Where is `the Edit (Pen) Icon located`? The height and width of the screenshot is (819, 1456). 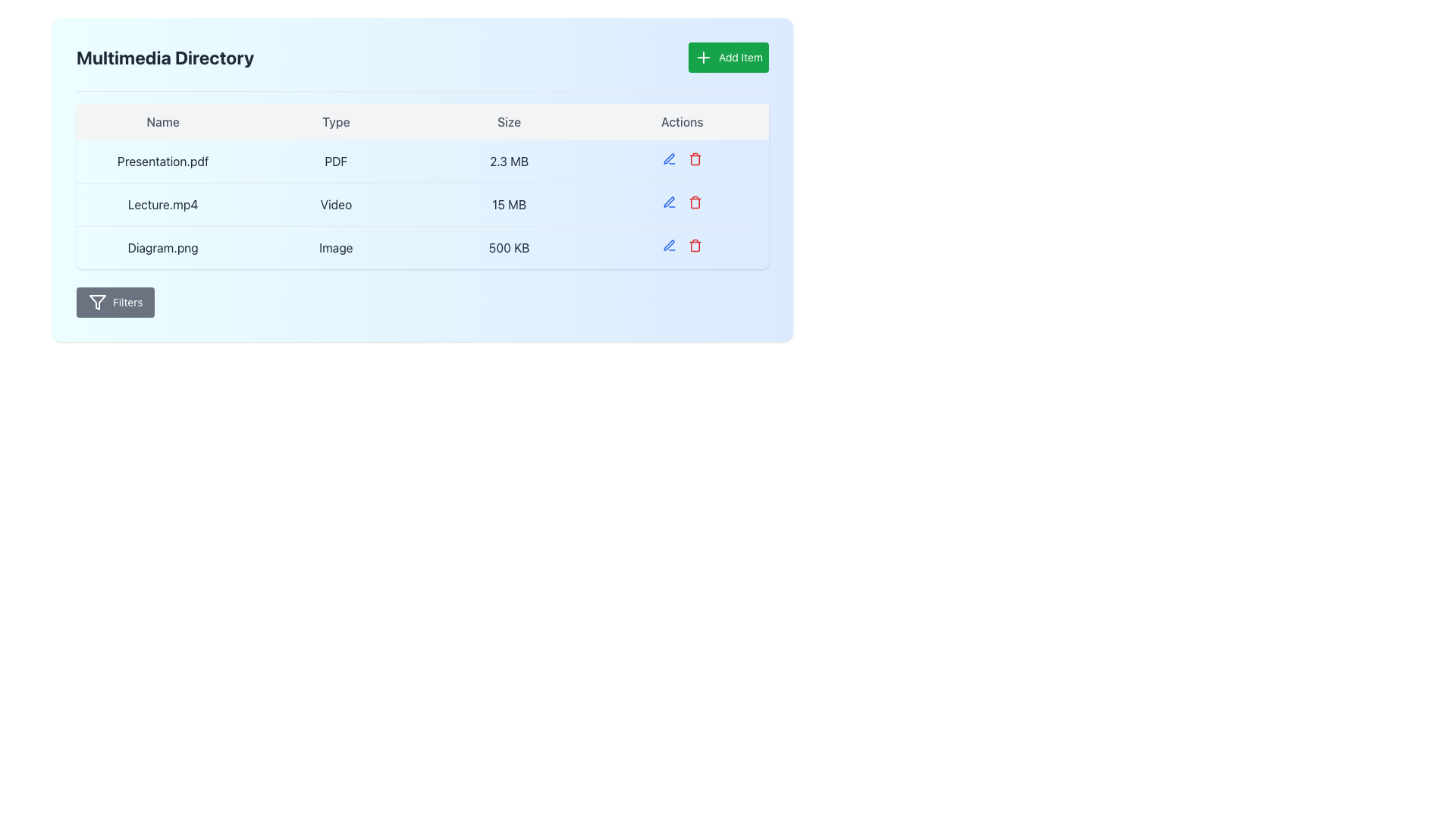
the Edit (Pen) Icon located is located at coordinates (668, 201).